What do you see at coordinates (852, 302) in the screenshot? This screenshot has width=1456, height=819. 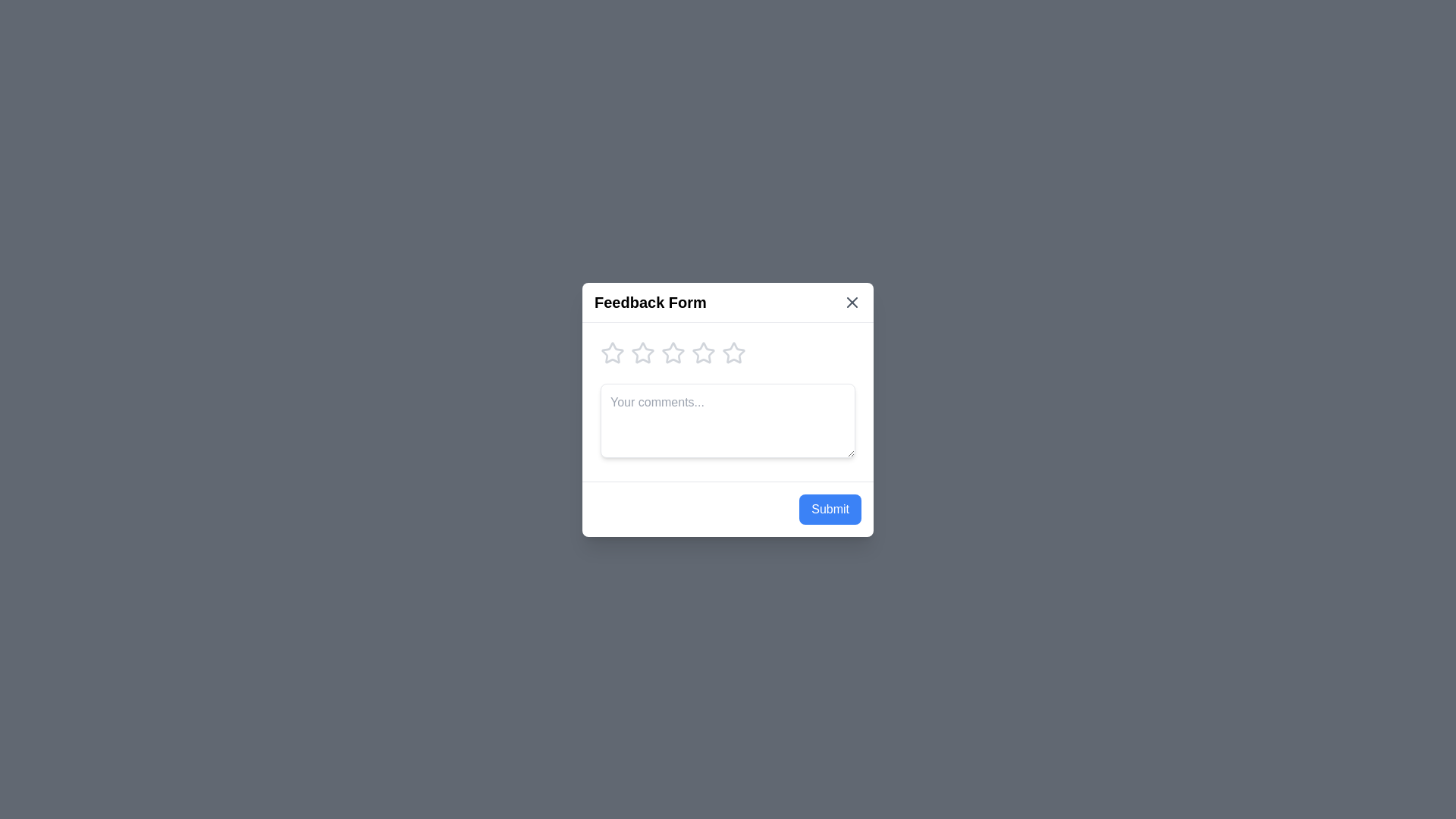 I see `the close button to close the dialog` at bounding box center [852, 302].